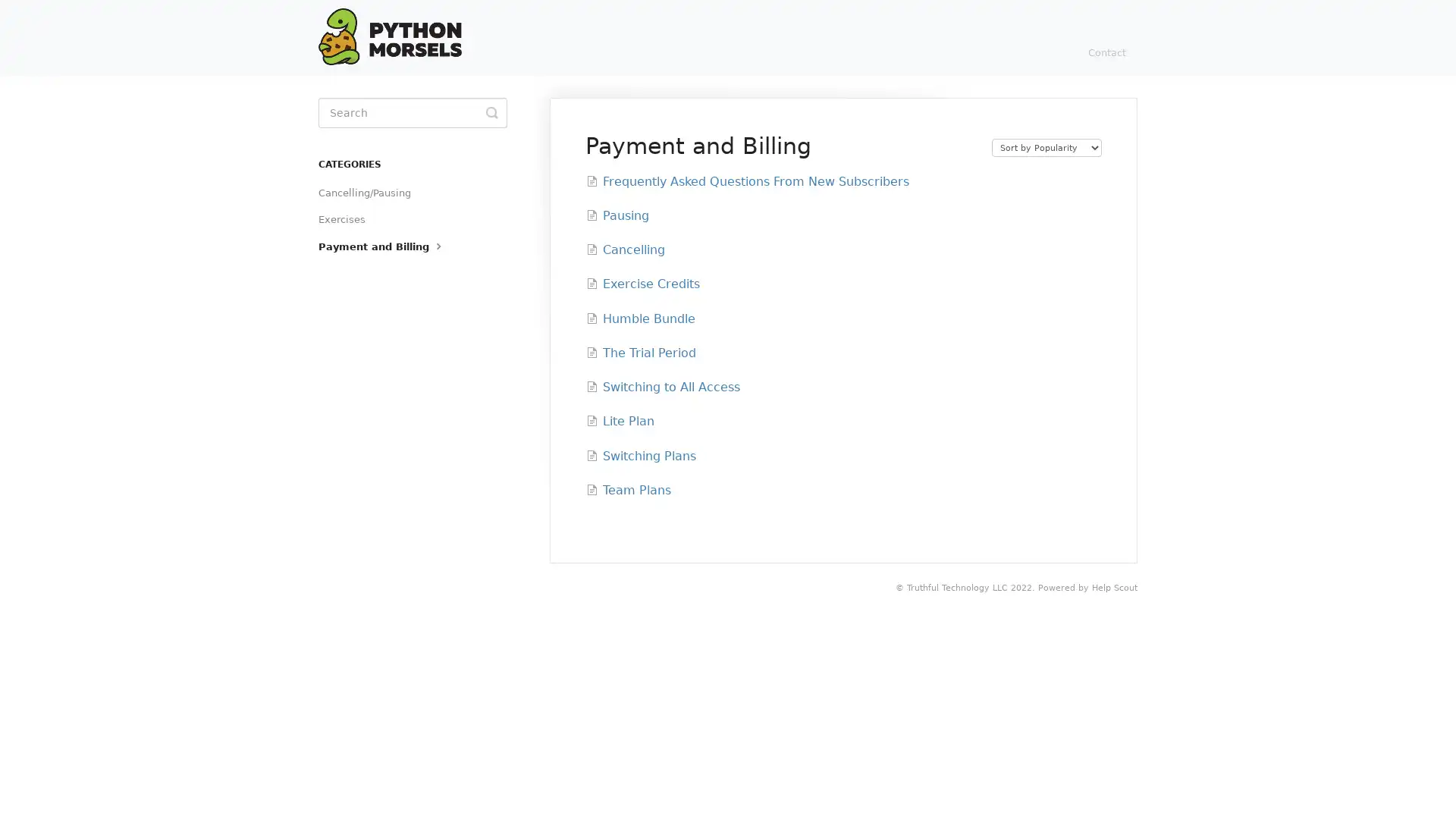  What do you see at coordinates (491, 112) in the screenshot?
I see `Toggle Search` at bounding box center [491, 112].